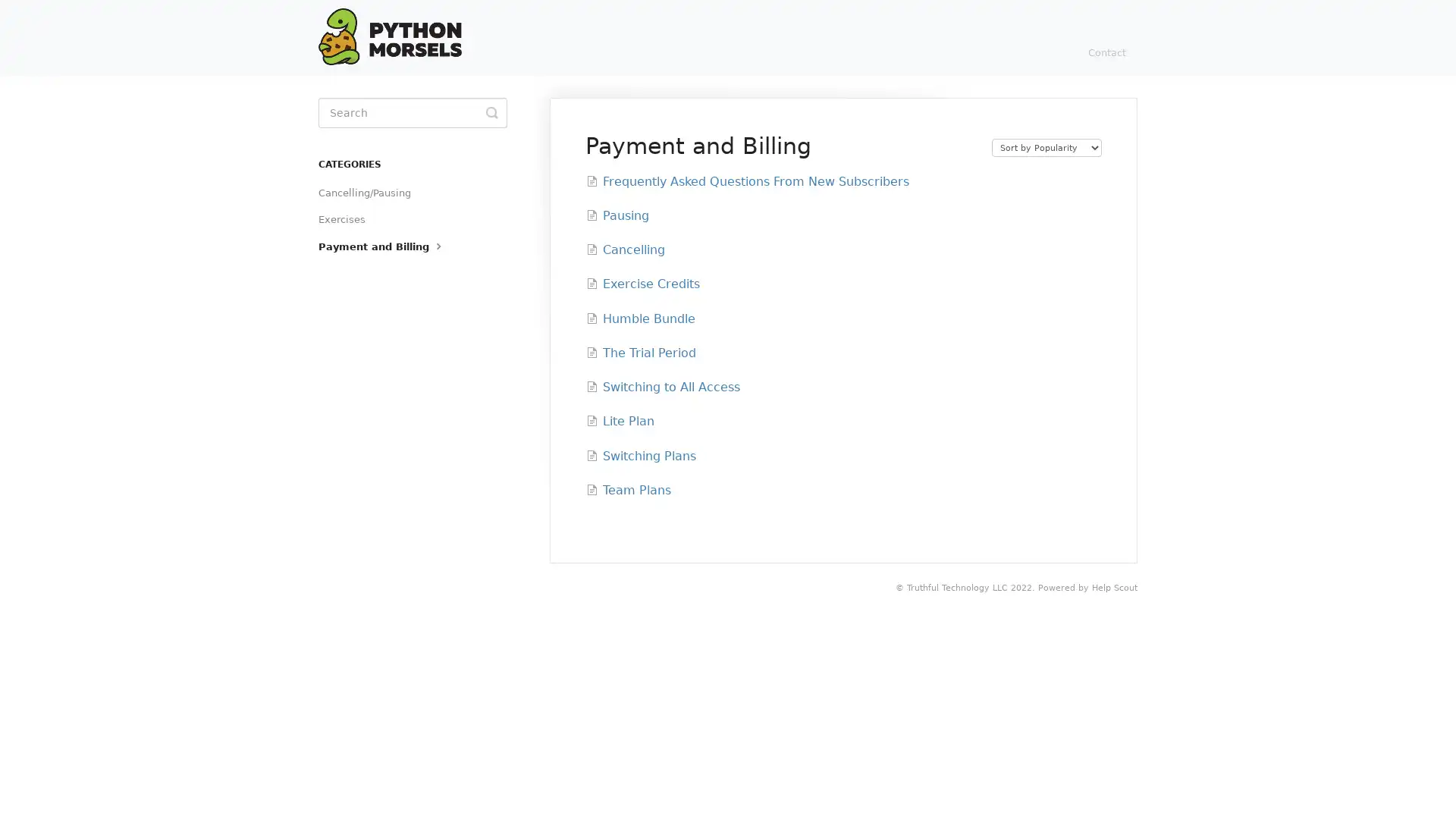  What do you see at coordinates (491, 112) in the screenshot?
I see `Toggle Search` at bounding box center [491, 112].